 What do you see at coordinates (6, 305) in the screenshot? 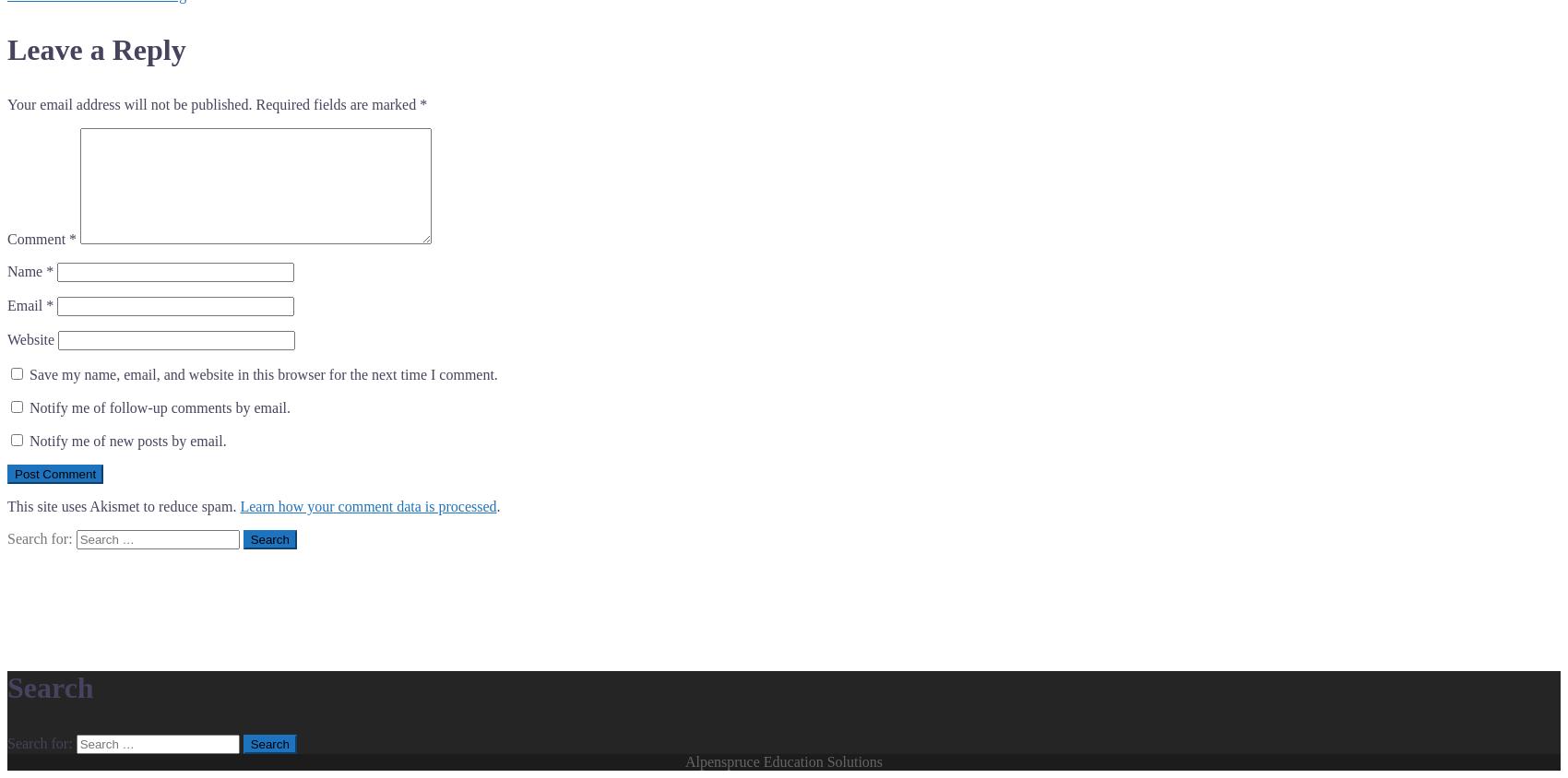
I see `'Email'` at bounding box center [6, 305].